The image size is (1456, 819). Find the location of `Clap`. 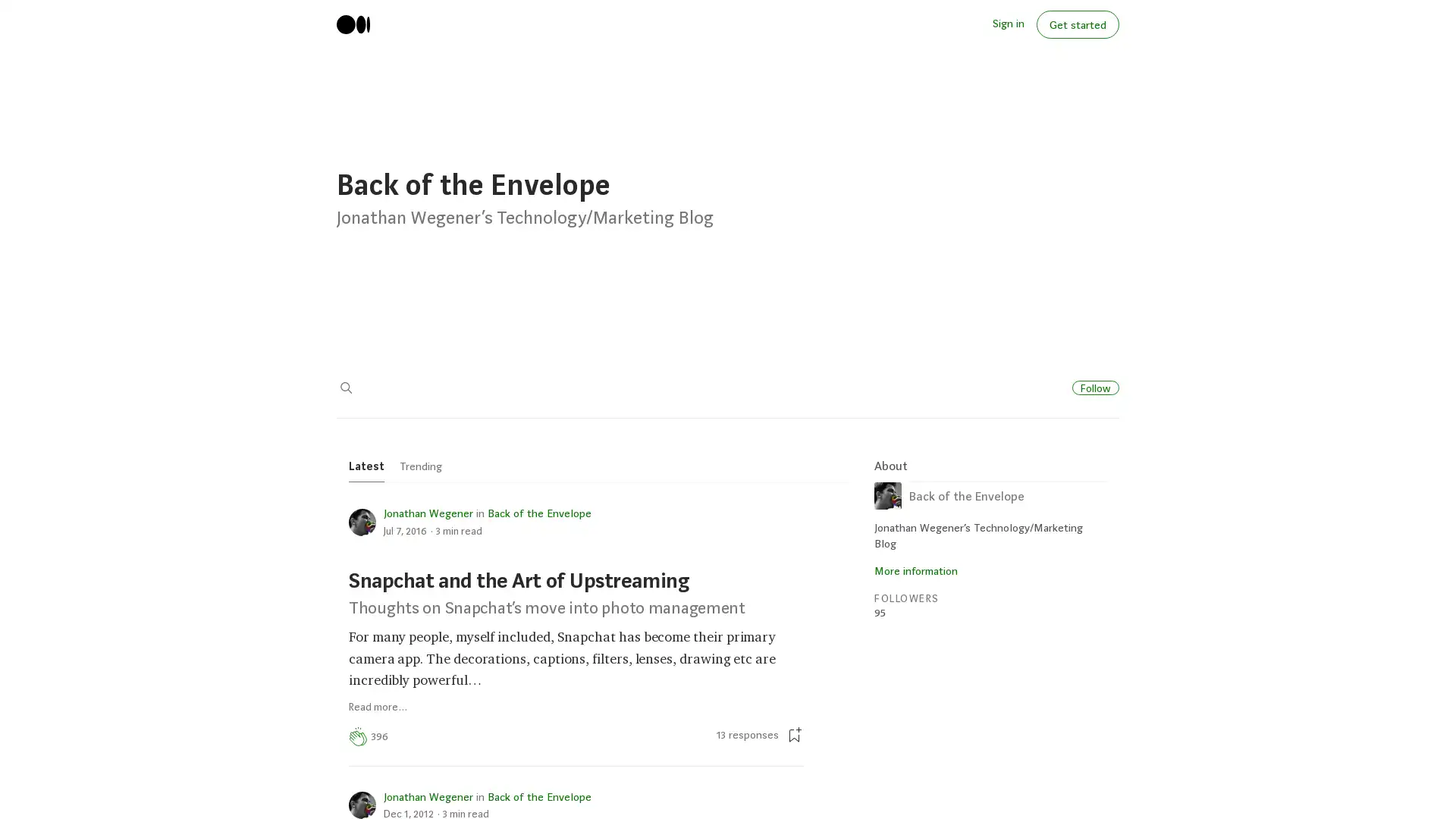

Clap is located at coordinates (357, 736).